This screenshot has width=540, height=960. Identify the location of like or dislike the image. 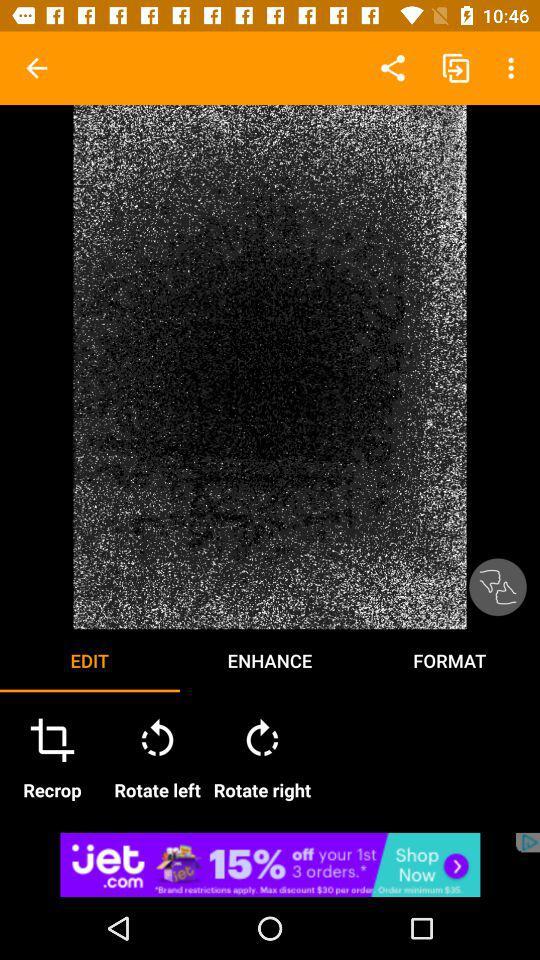
(496, 587).